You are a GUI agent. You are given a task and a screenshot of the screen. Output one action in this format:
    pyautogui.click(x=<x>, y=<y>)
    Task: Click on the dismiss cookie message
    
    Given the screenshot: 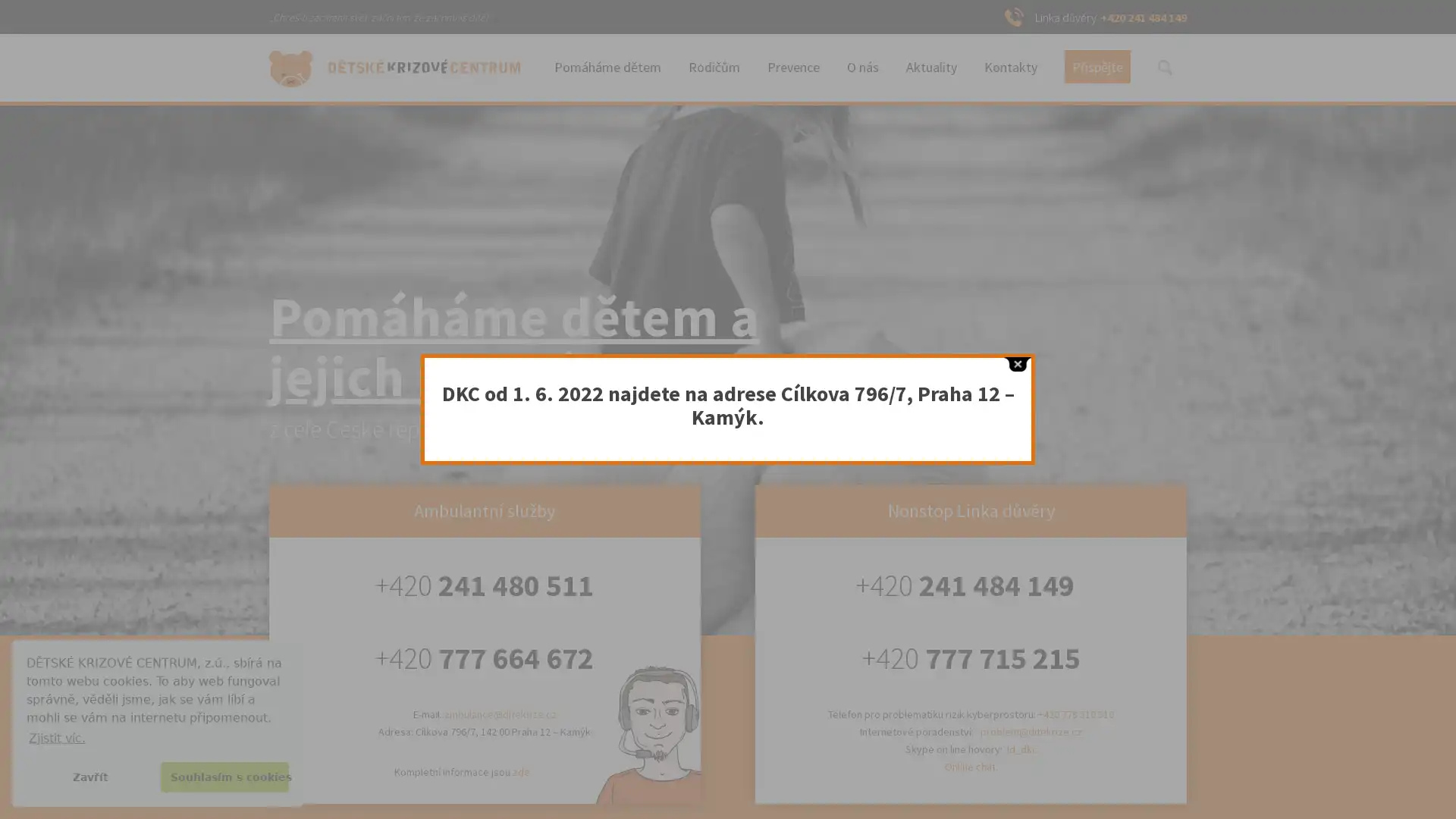 What is the action you would take?
    pyautogui.click(x=89, y=777)
    